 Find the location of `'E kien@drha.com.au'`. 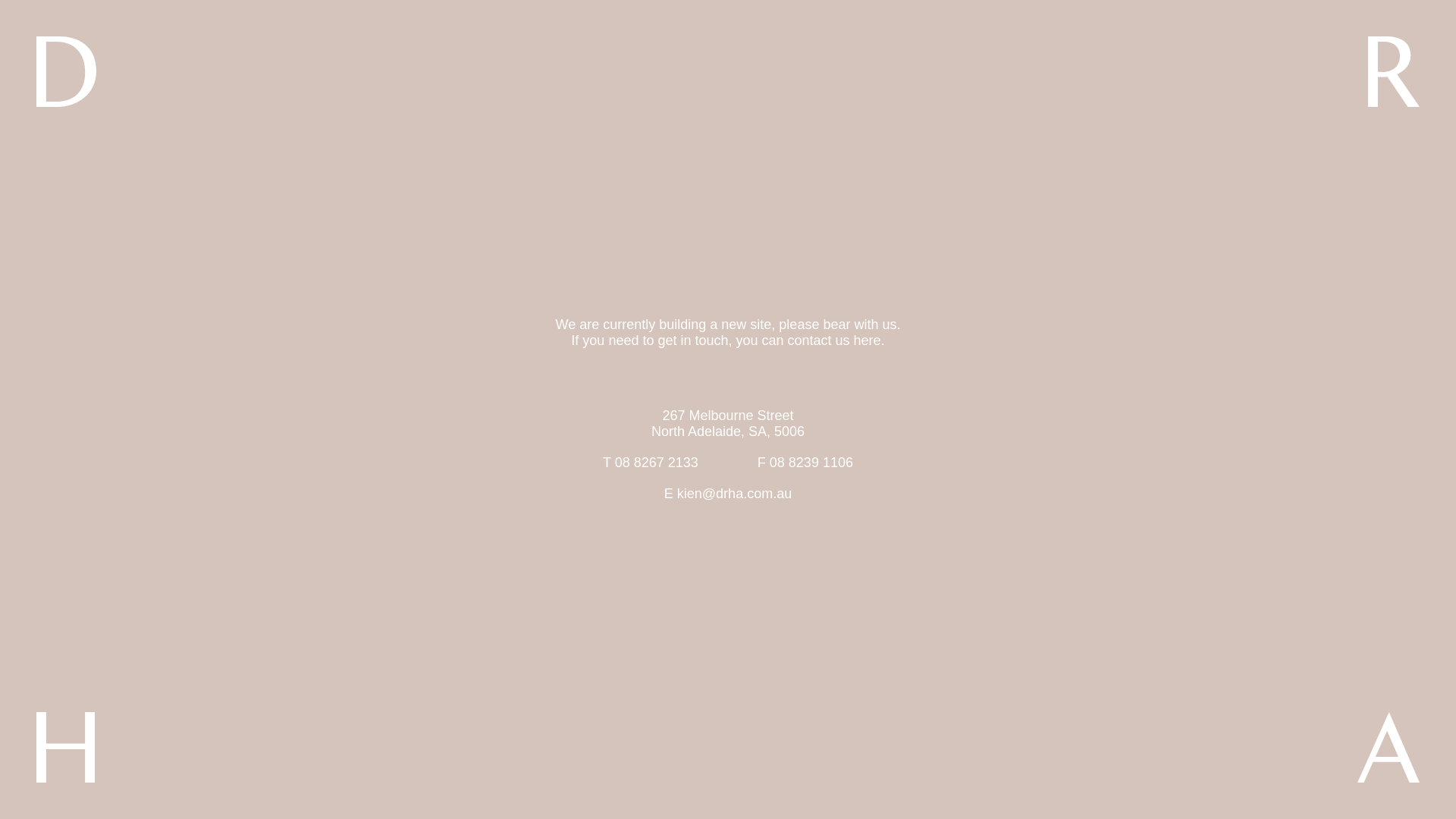

'E kien@drha.com.au' is located at coordinates (728, 494).